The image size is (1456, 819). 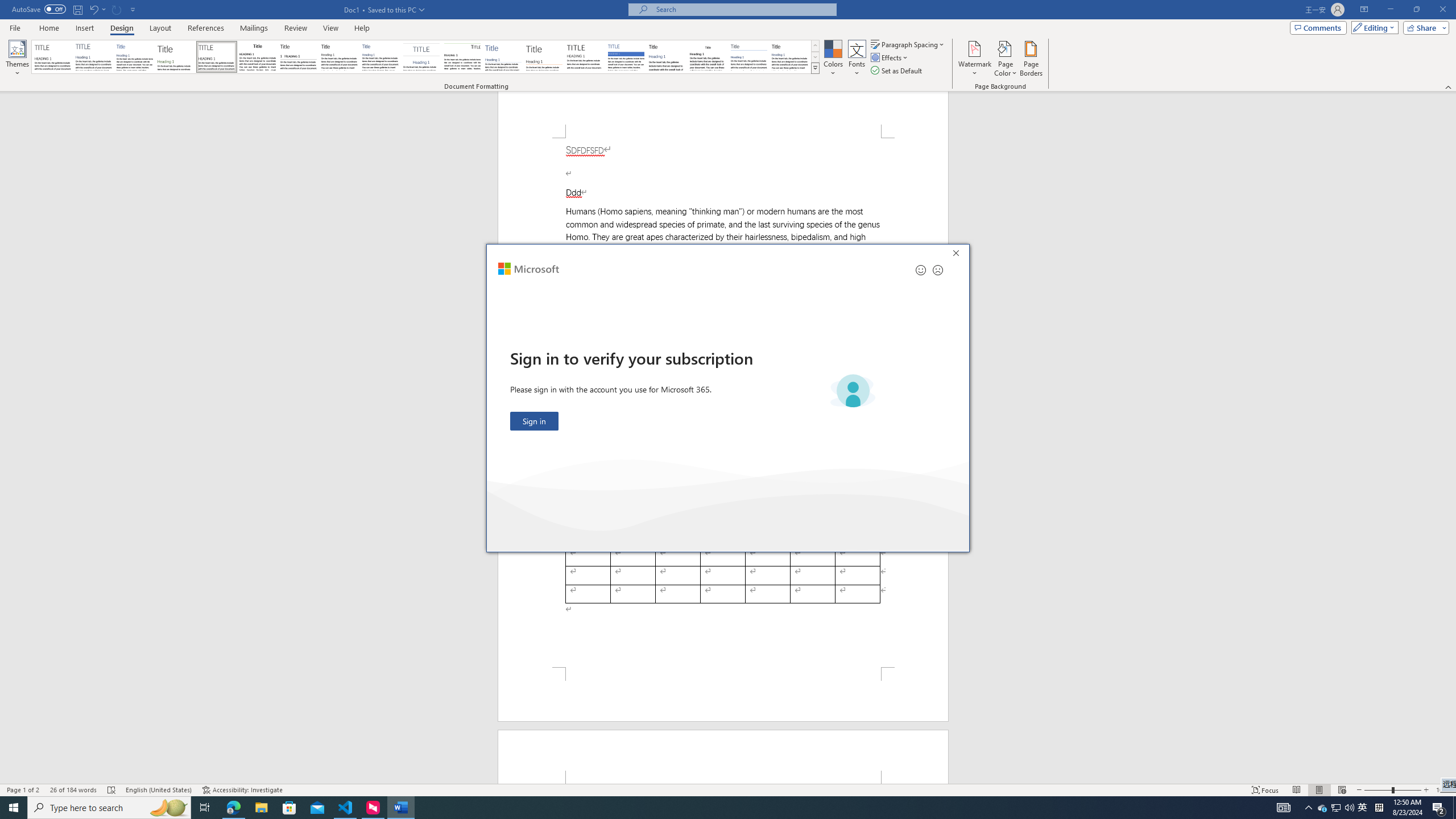 I want to click on 'Word 2013', so click(x=791, y=56).